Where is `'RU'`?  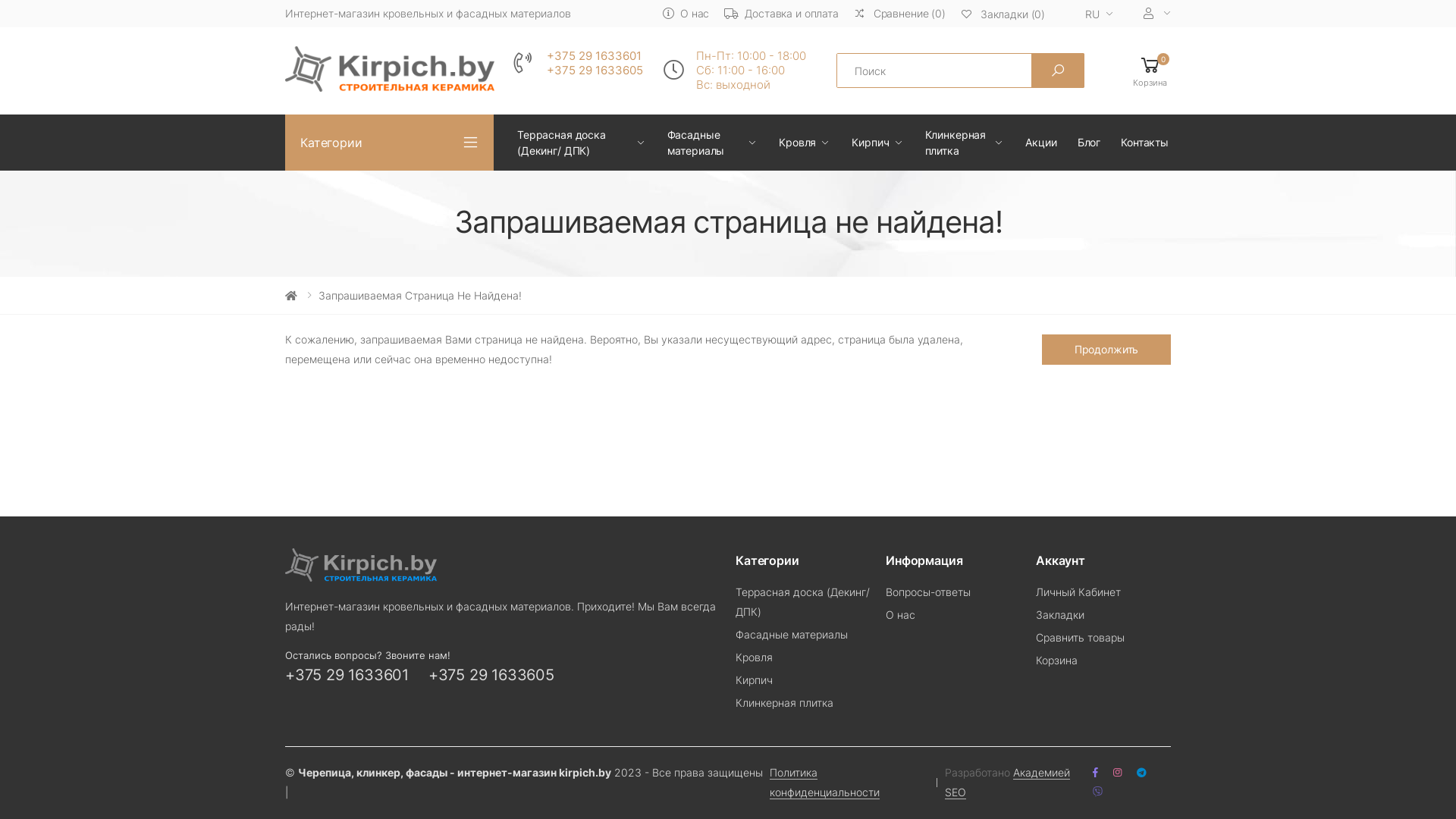 'RU' is located at coordinates (1094, 14).